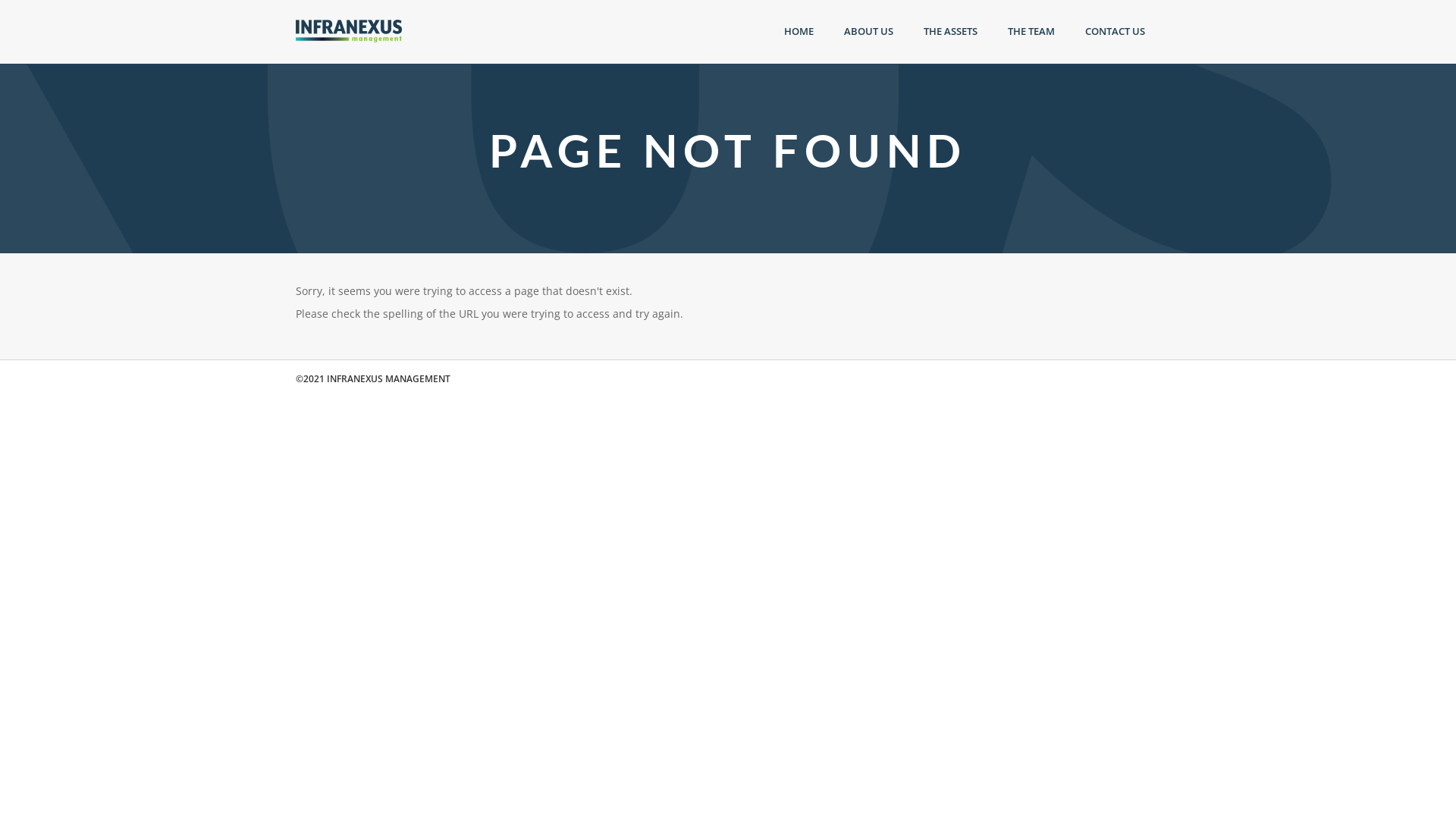  Describe the element at coordinates (868, 31) in the screenshot. I see `'ABOUT US'` at that location.